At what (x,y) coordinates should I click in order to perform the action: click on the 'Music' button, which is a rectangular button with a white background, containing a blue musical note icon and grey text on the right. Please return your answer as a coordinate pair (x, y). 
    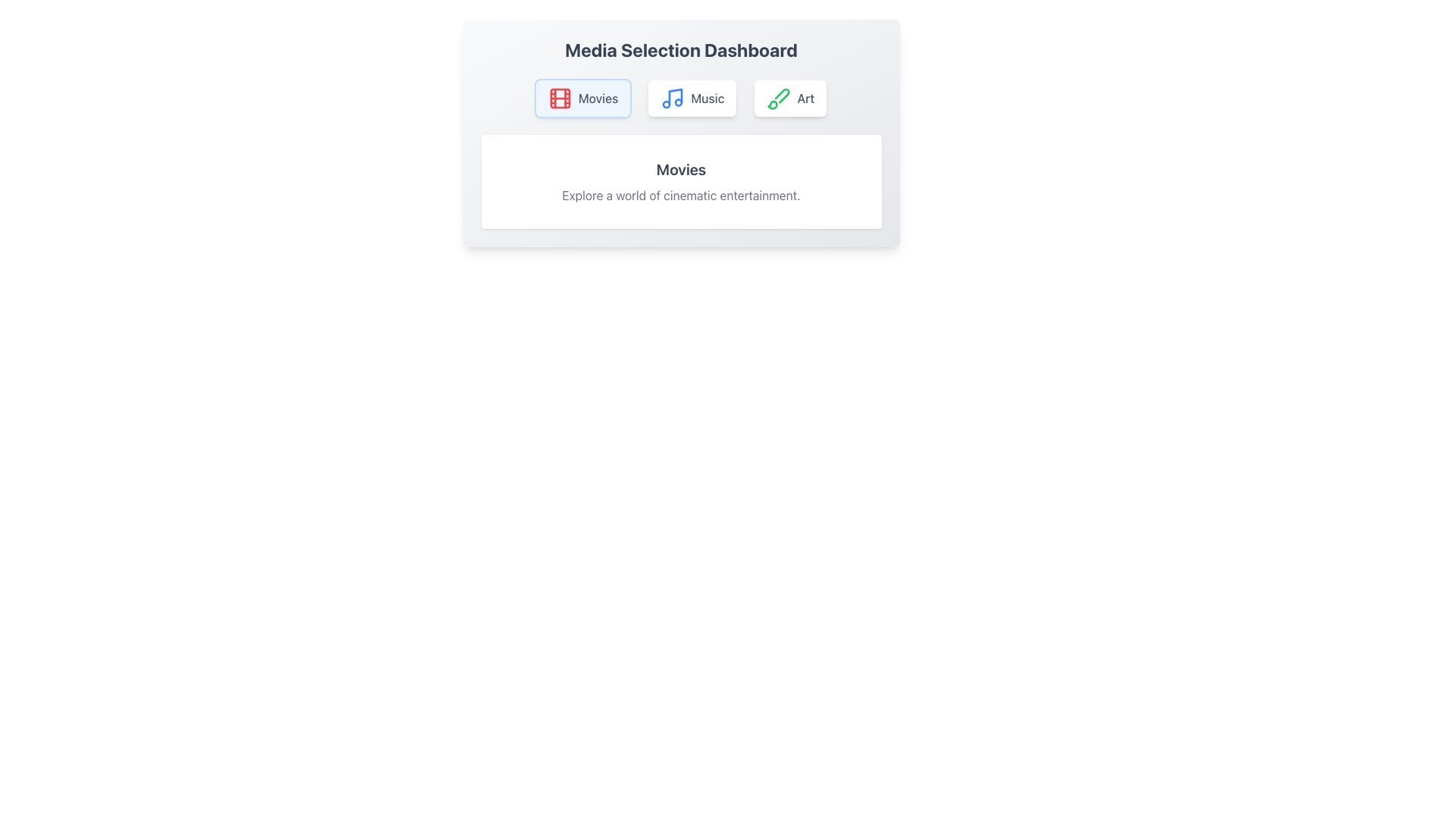
    Looking at the image, I should click on (692, 99).